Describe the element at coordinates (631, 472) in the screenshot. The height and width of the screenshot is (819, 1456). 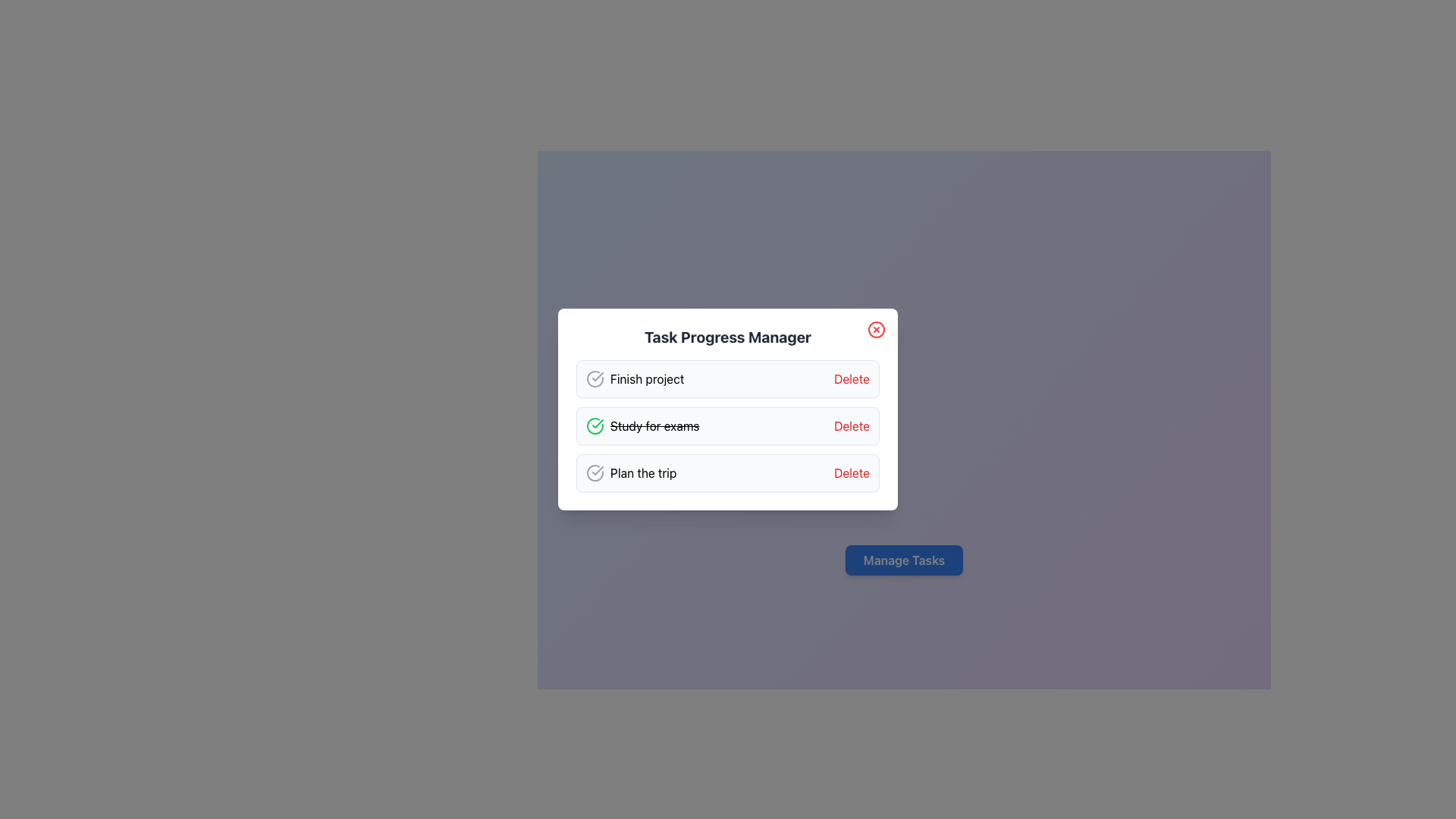
I see `the task entry labeled 'Plan the trip', which is the third entry in a vertically stacked list, featuring a circular grayish icon with a check mark and black bolded text` at that location.